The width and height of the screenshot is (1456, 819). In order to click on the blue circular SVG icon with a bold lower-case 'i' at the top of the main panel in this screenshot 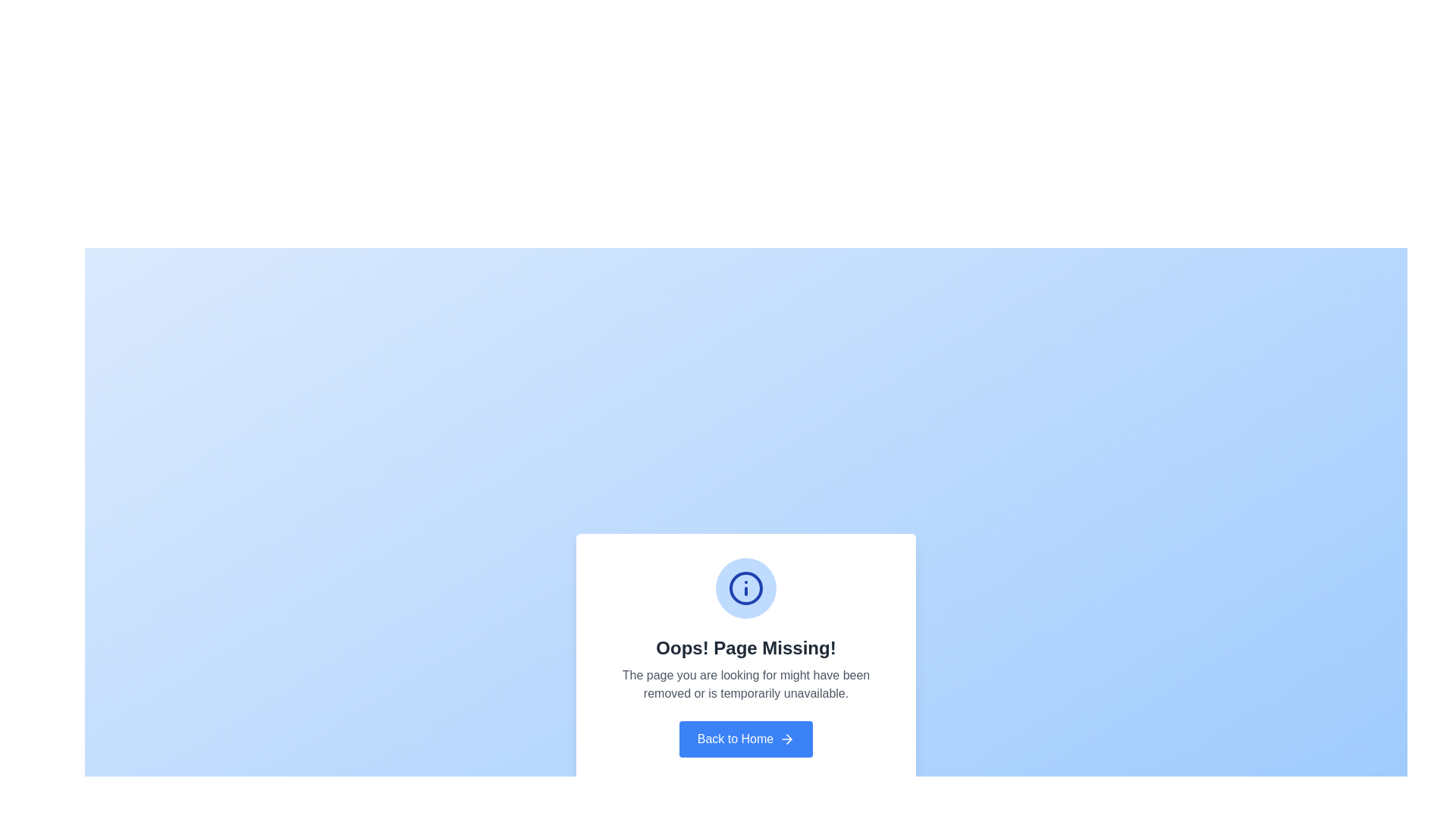, I will do `click(745, 587)`.